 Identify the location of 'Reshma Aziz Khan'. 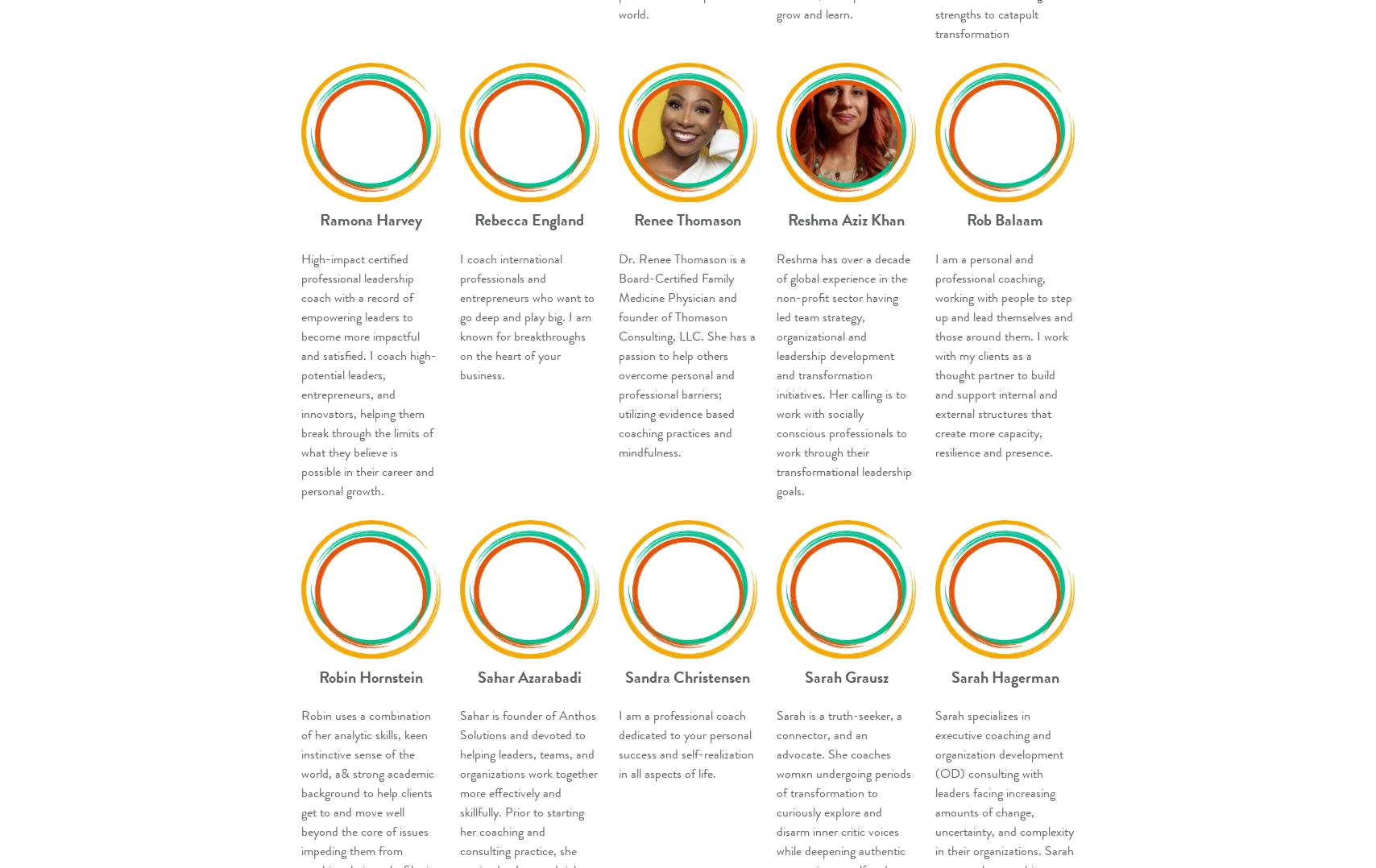
(788, 220).